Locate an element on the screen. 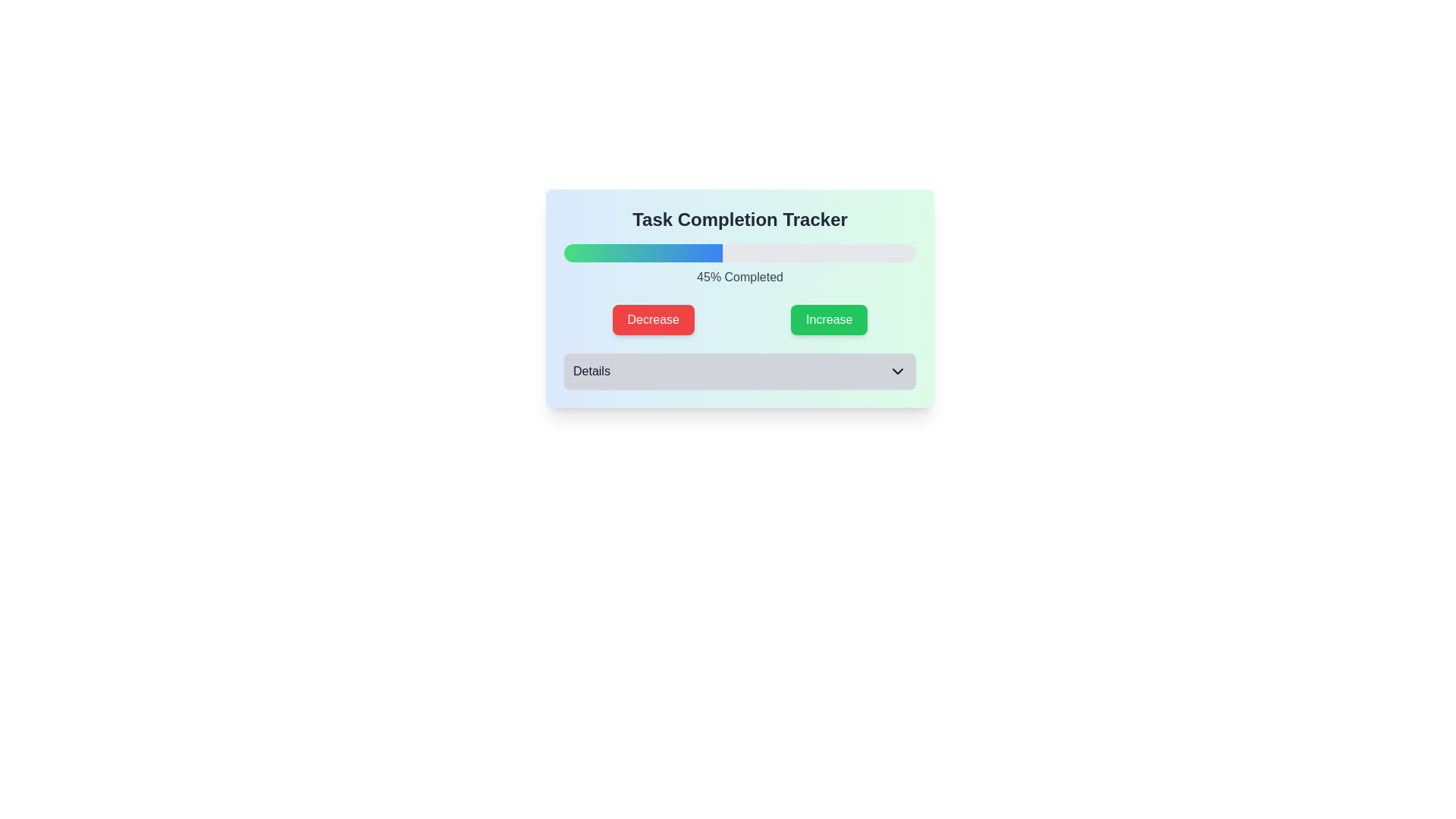 This screenshot has height=819, width=1456. the main header text component displaying 'Task Completion Tracker' in bold and large font size, which is styled with a gray color and is centered at the top of its section is located at coordinates (739, 219).